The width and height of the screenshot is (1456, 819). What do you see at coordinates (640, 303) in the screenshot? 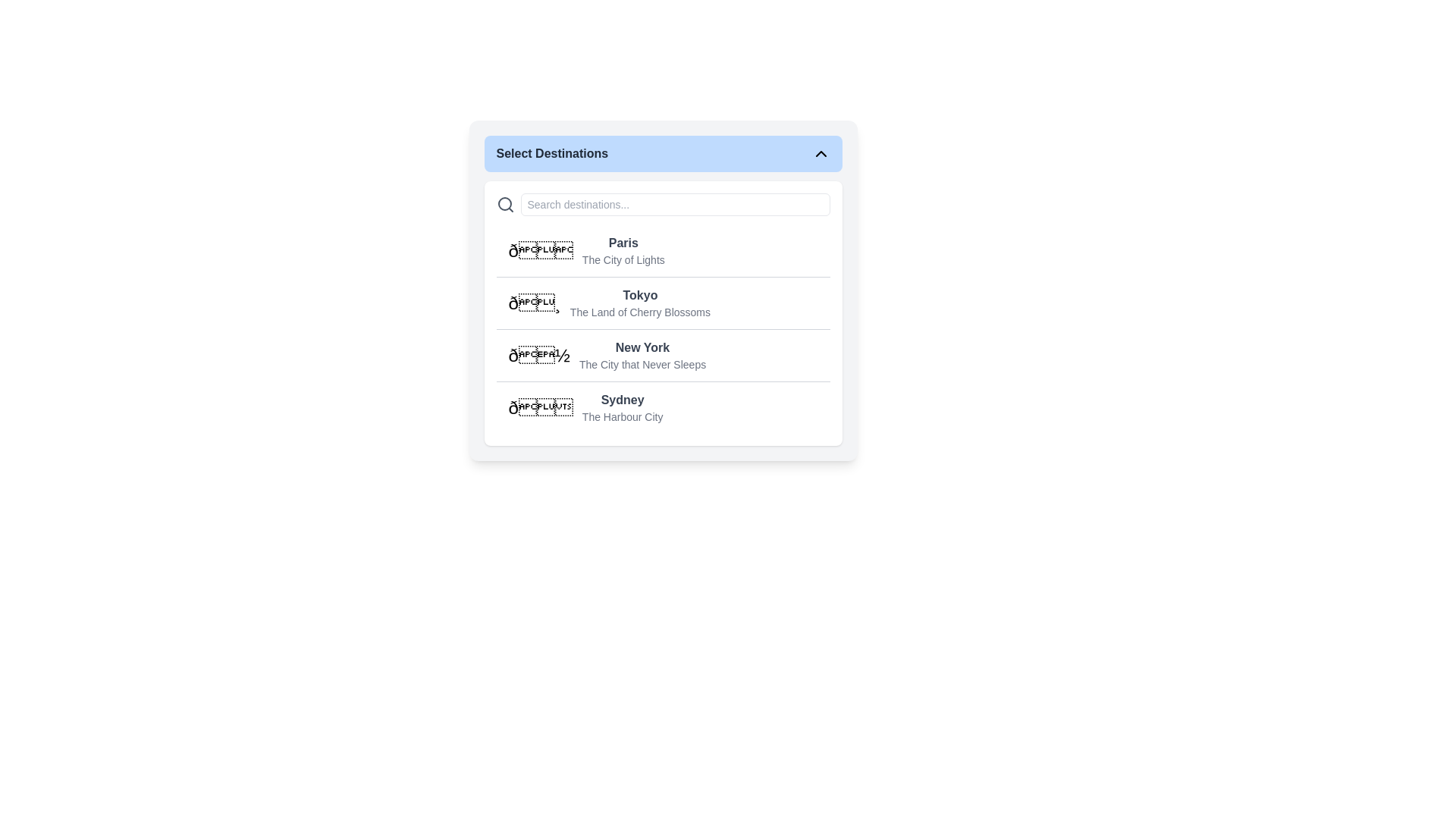
I see `the text block that prominently displays 'Tokyo' as a heading and 'The Land of Cherry Blossoms' as a subtitle` at bounding box center [640, 303].